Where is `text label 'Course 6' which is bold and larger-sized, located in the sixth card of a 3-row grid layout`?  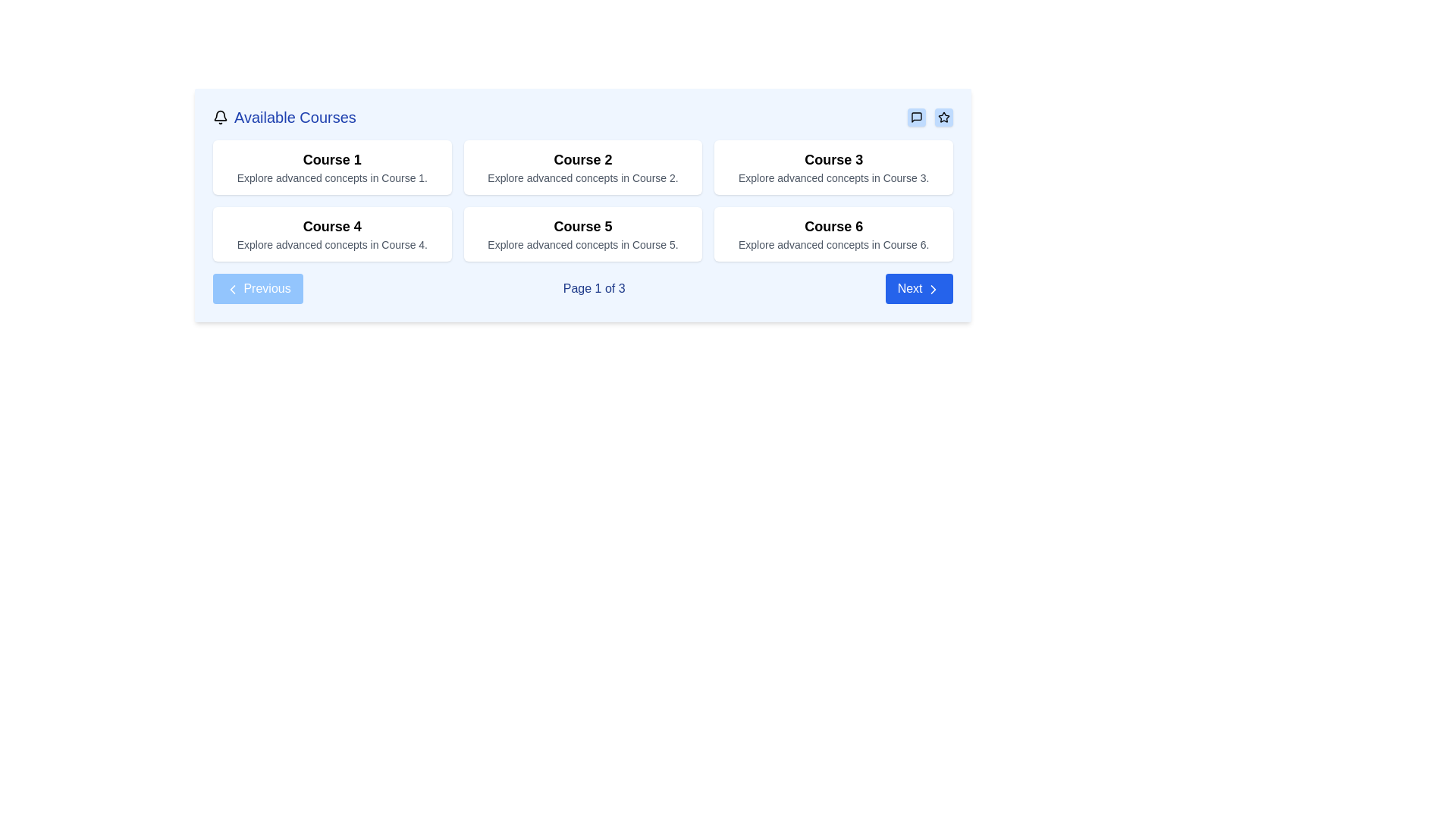
text label 'Course 6' which is bold and larger-sized, located in the sixth card of a 3-row grid layout is located at coordinates (833, 227).